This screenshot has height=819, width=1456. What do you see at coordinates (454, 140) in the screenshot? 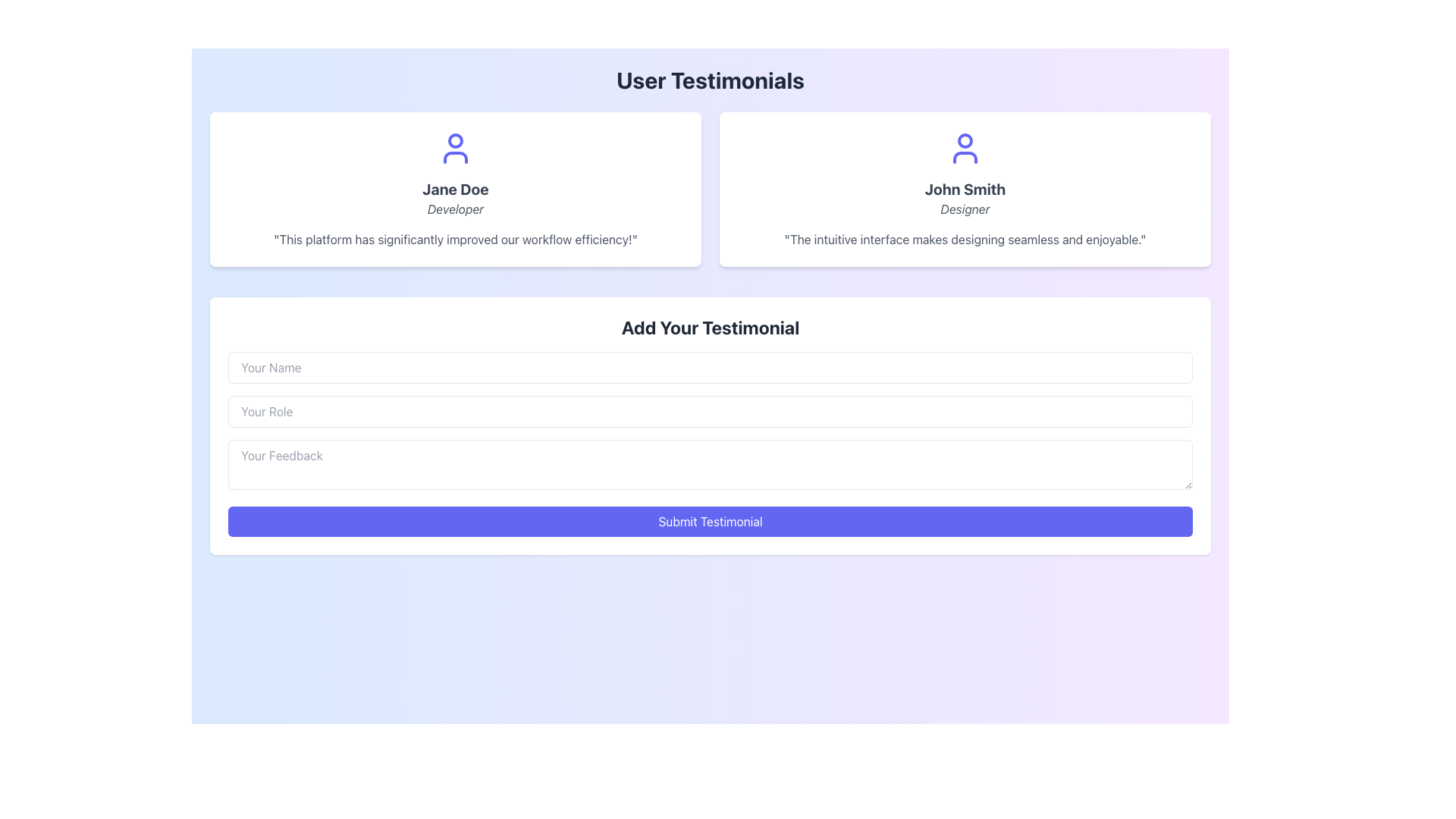
I see `the decorative Circle icon representing a profile image on the left card titled 'Jane Doe Developer' in the 'User Testimonials' section, positioned above the user's name` at bounding box center [454, 140].